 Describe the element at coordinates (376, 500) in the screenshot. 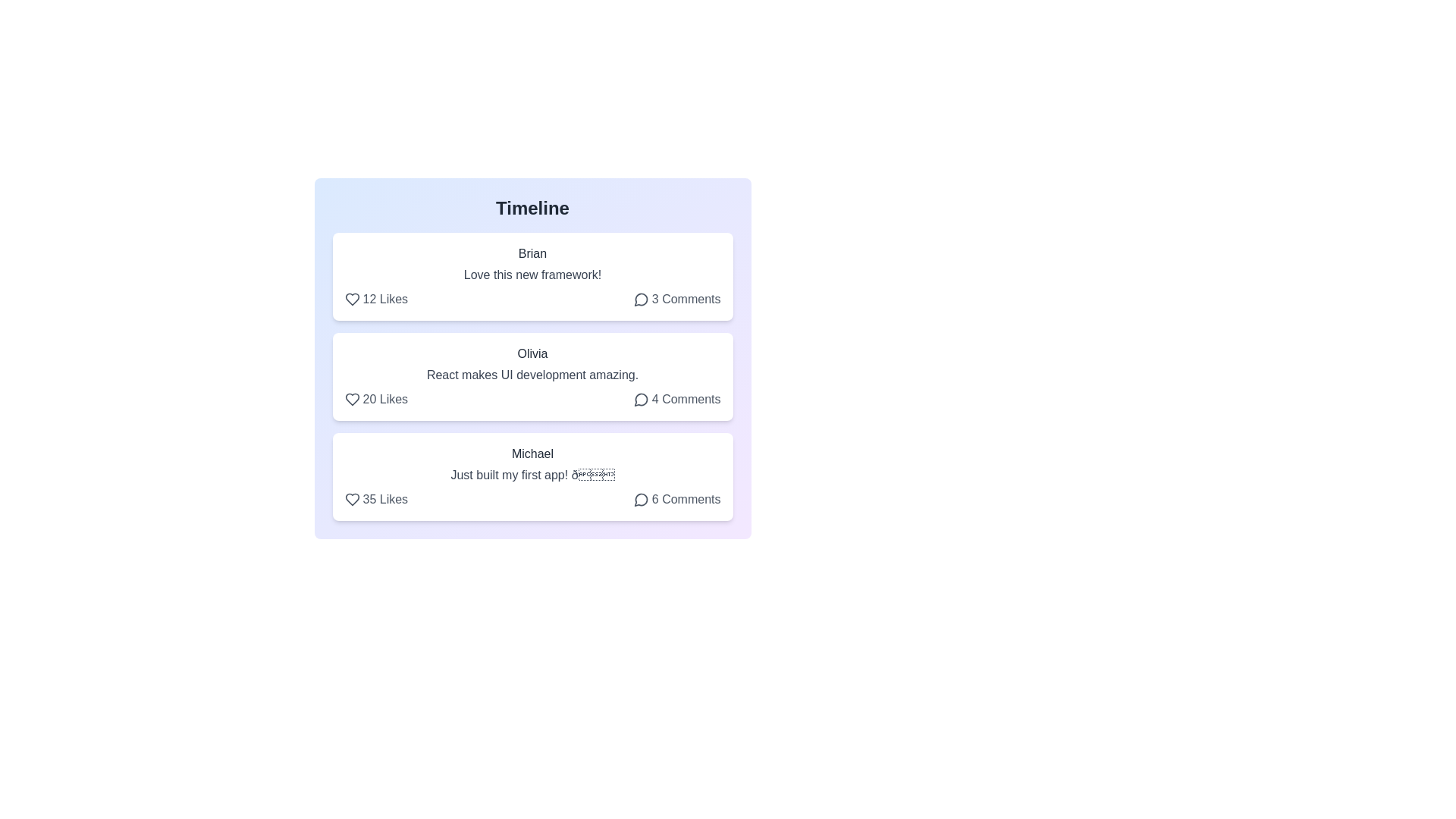

I see `Like button for the post by Michael` at that location.